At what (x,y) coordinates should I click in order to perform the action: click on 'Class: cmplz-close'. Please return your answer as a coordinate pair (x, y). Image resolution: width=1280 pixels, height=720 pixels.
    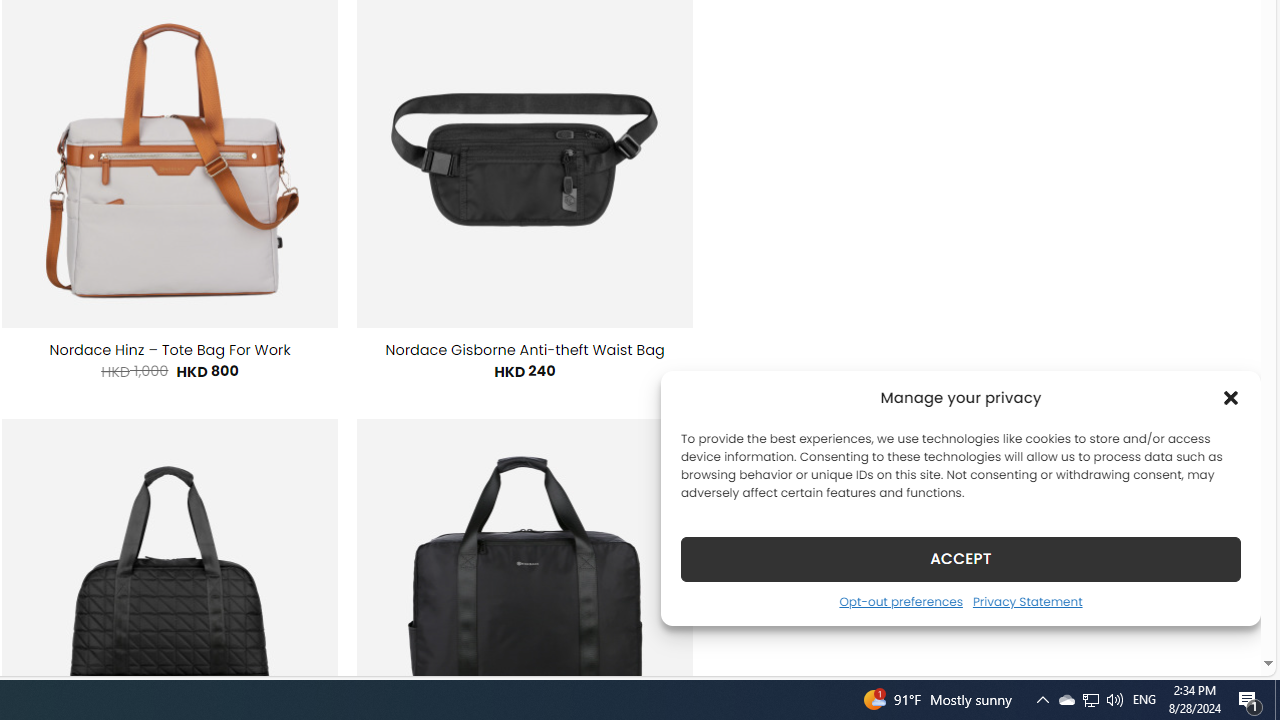
    Looking at the image, I should click on (1230, 397).